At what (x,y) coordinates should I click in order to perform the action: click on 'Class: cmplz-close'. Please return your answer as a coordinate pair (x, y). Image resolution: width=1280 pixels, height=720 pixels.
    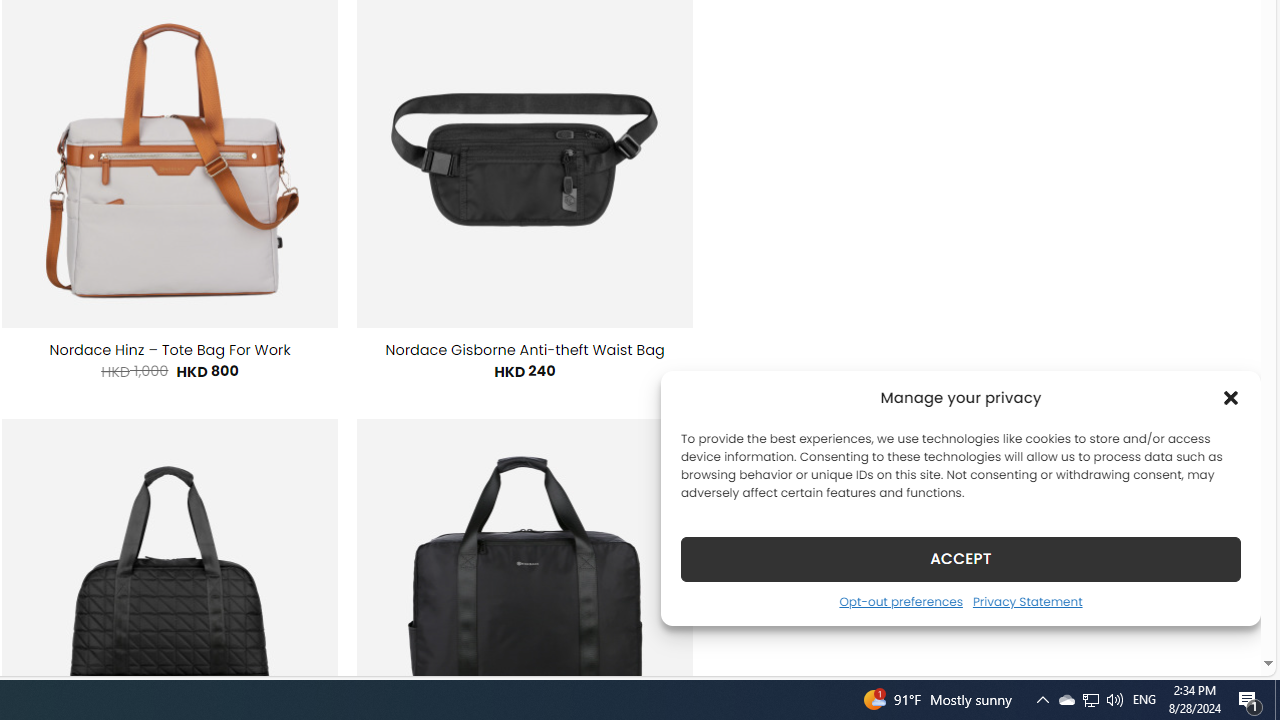
    Looking at the image, I should click on (1230, 397).